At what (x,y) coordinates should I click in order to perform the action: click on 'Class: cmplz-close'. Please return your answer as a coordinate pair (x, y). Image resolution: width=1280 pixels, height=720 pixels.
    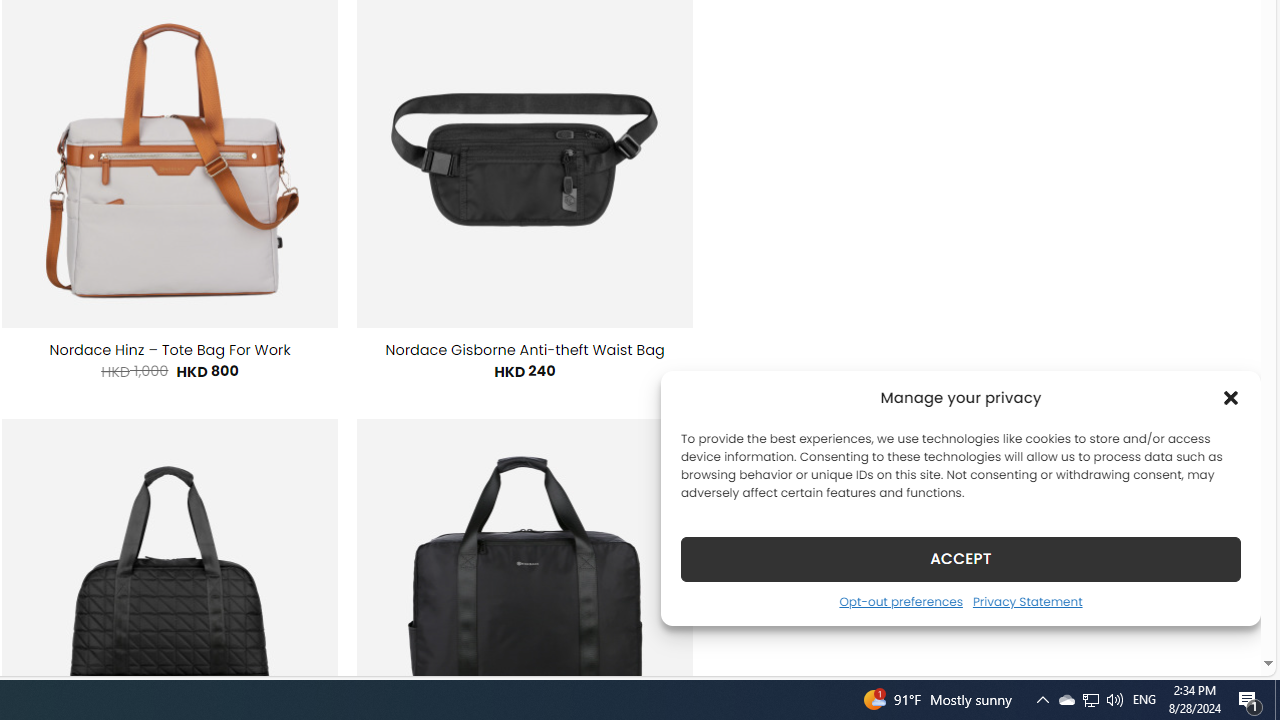
    Looking at the image, I should click on (1230, 397).